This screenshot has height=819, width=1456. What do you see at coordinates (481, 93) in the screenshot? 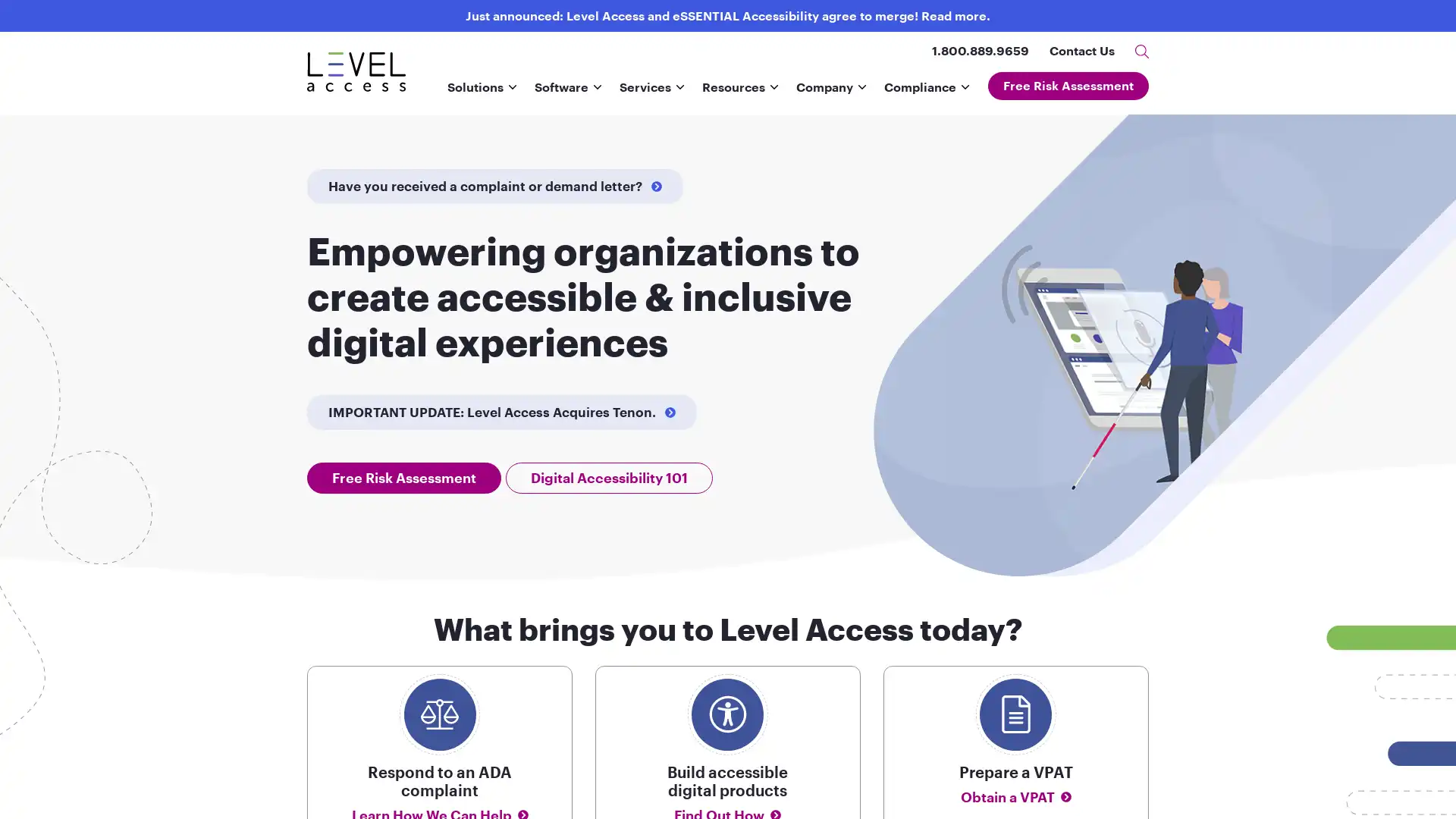
I see `Solutions` at bounding box center [481, 93].